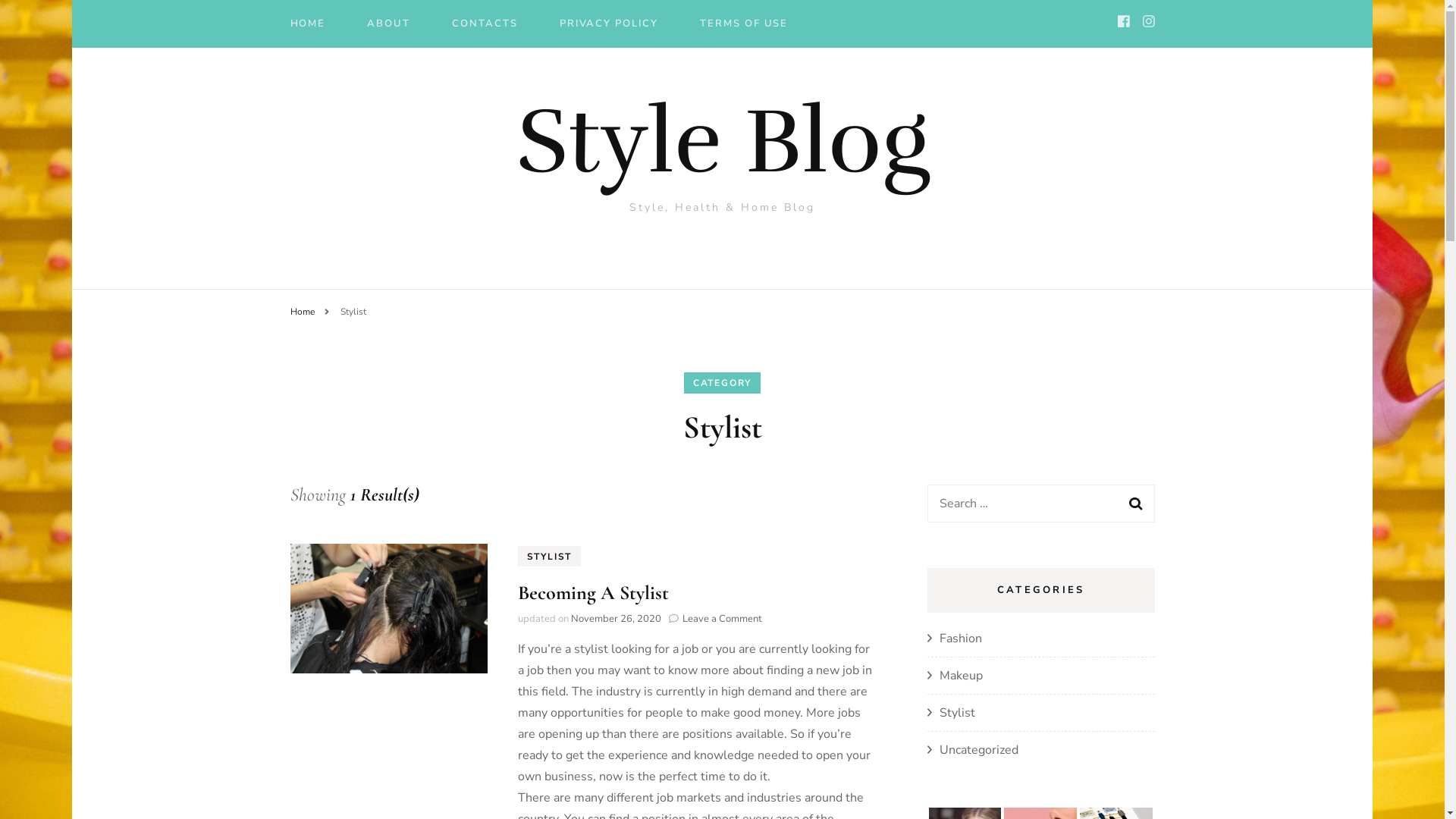  What do you see at coordinates (938, 748) in the screenshot?
I see `'Uncategorized'` at bounding box center [938, 748].